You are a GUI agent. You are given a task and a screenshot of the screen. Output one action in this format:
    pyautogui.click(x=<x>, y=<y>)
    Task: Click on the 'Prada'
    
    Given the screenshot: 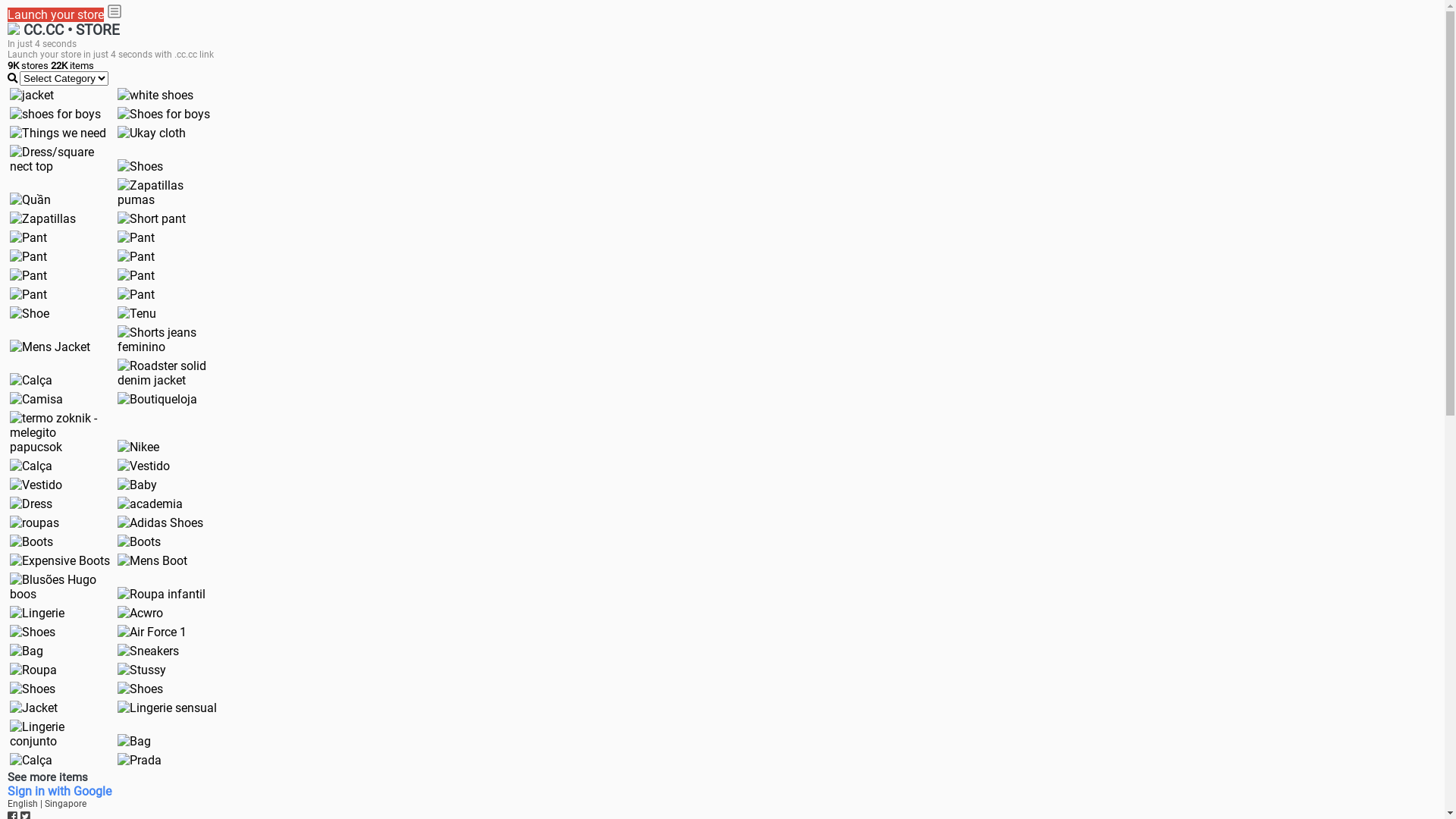 What is the action you would take?
    pyautogui.click(x=139, y=760)
    